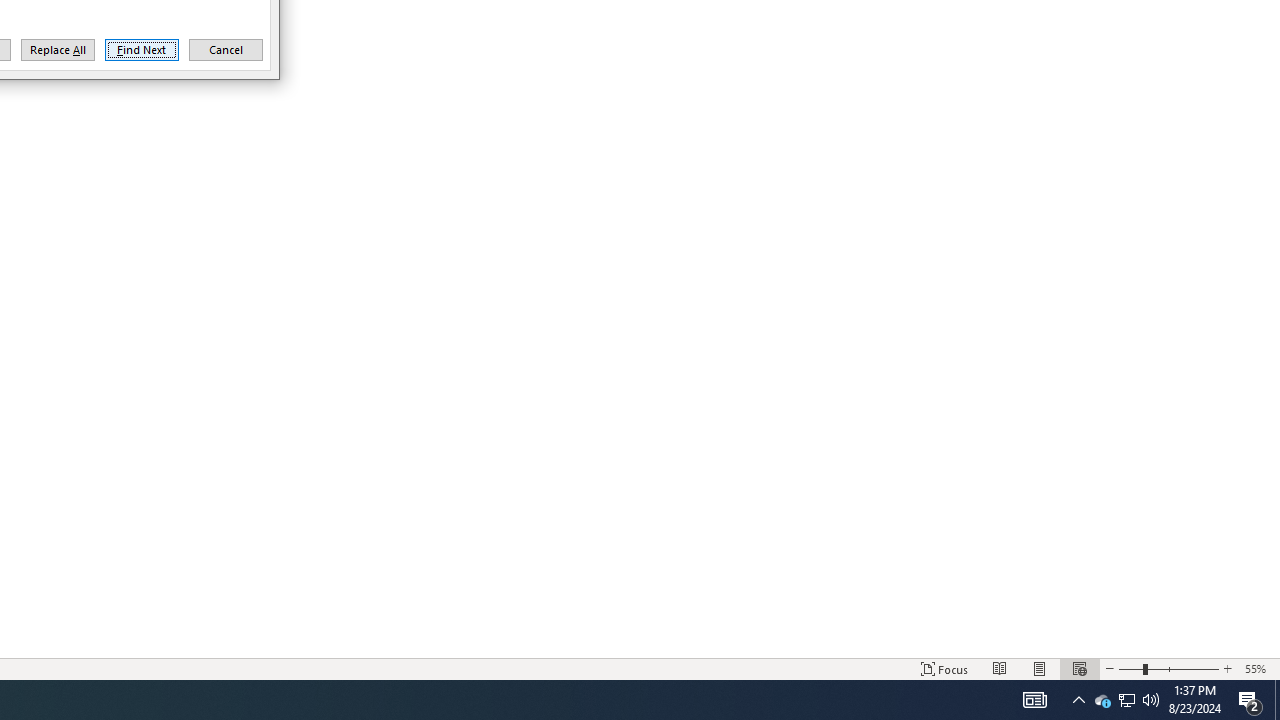 This screenshot has width=1280, height=720. Describe the element at coordinates (1127, 698) in the screenshot. I see `'Q2790: 100%'` at that location.